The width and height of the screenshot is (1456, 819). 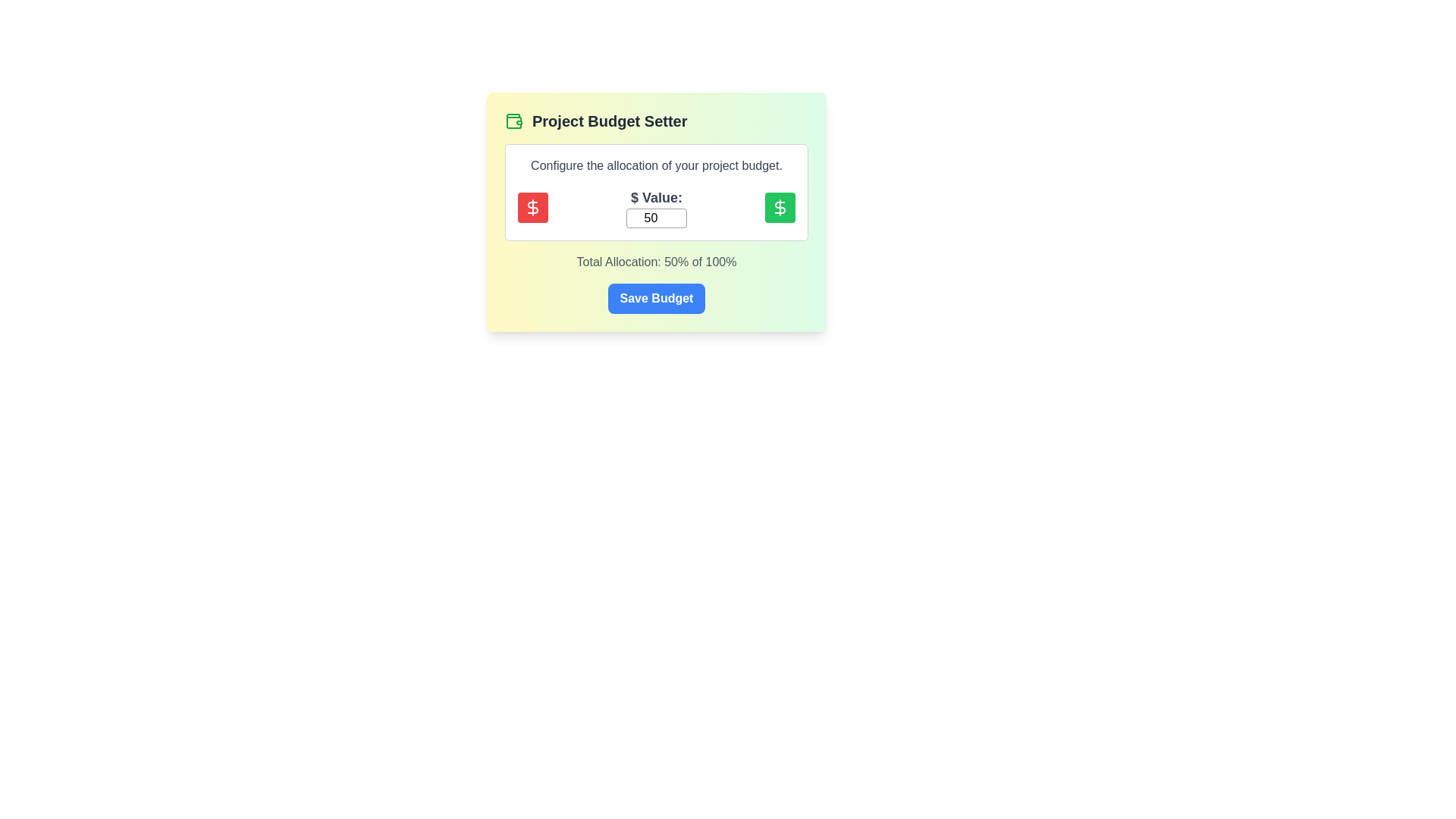 What do you see at coordinates (532, 207) in the screenshot?
I see `the subtract button located to the left of the numeric input box to decrease the displayed dollar amount` at bounding box center [532, 207].